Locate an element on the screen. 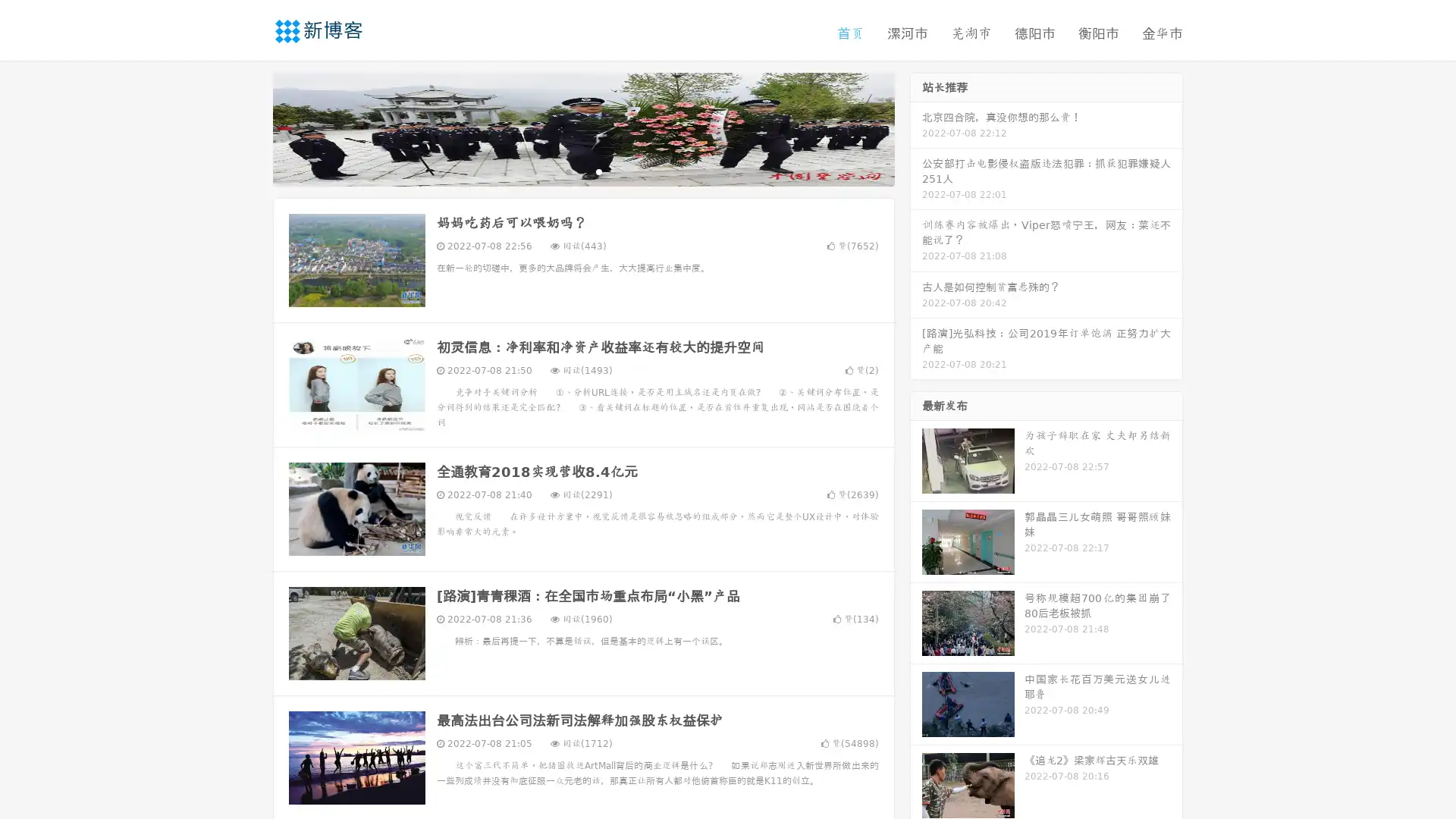 The image size is (1456, 819). Go to slide 1 is located at coordinates (567, 171).